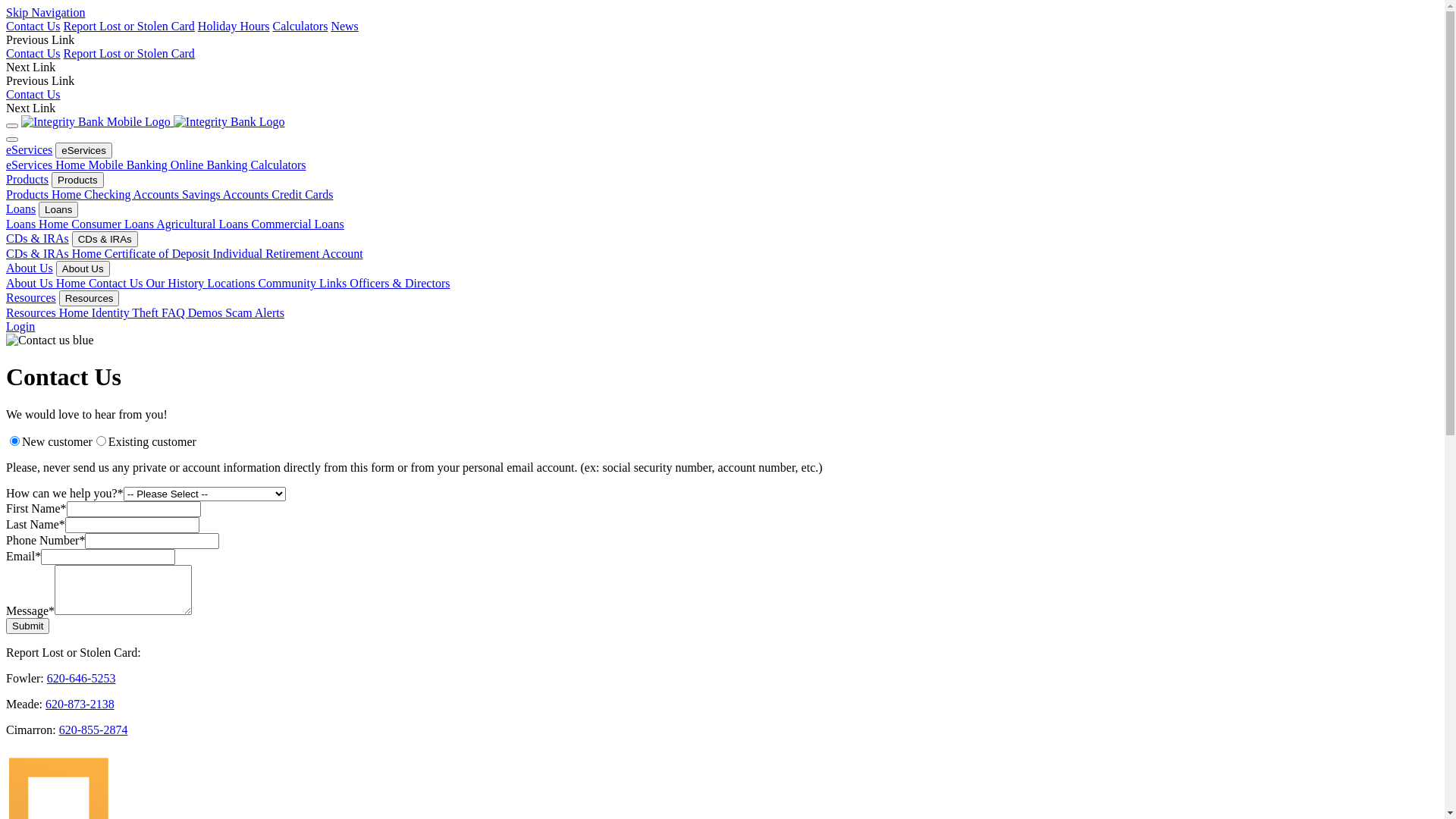  What do you see at coordinates (176, 283) in the screenshot?
I see `'Our History'` at bounding box center [176, 283].